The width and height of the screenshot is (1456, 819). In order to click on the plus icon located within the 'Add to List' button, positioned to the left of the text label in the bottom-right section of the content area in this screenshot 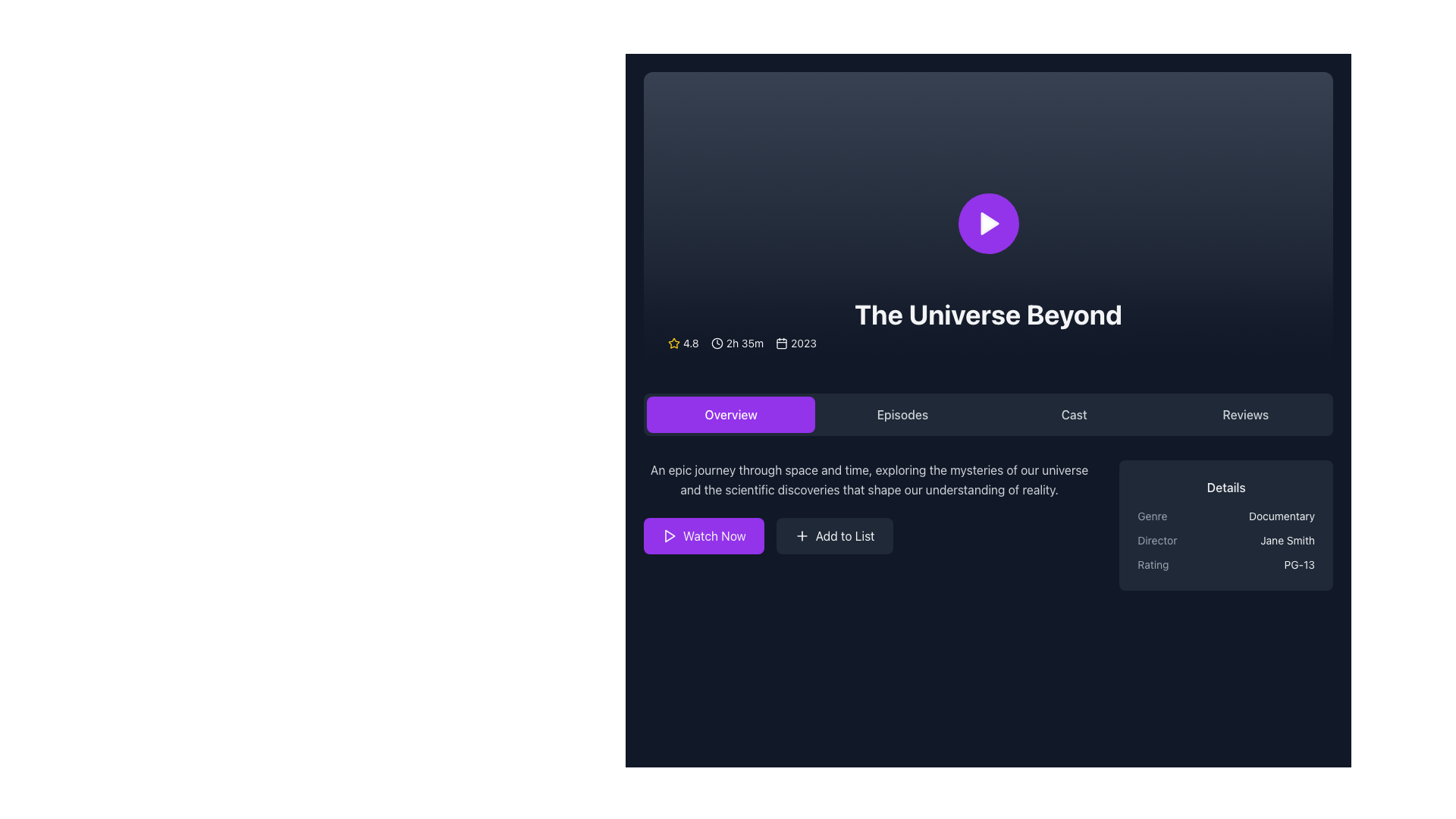, I will do `click(801, 535)`.